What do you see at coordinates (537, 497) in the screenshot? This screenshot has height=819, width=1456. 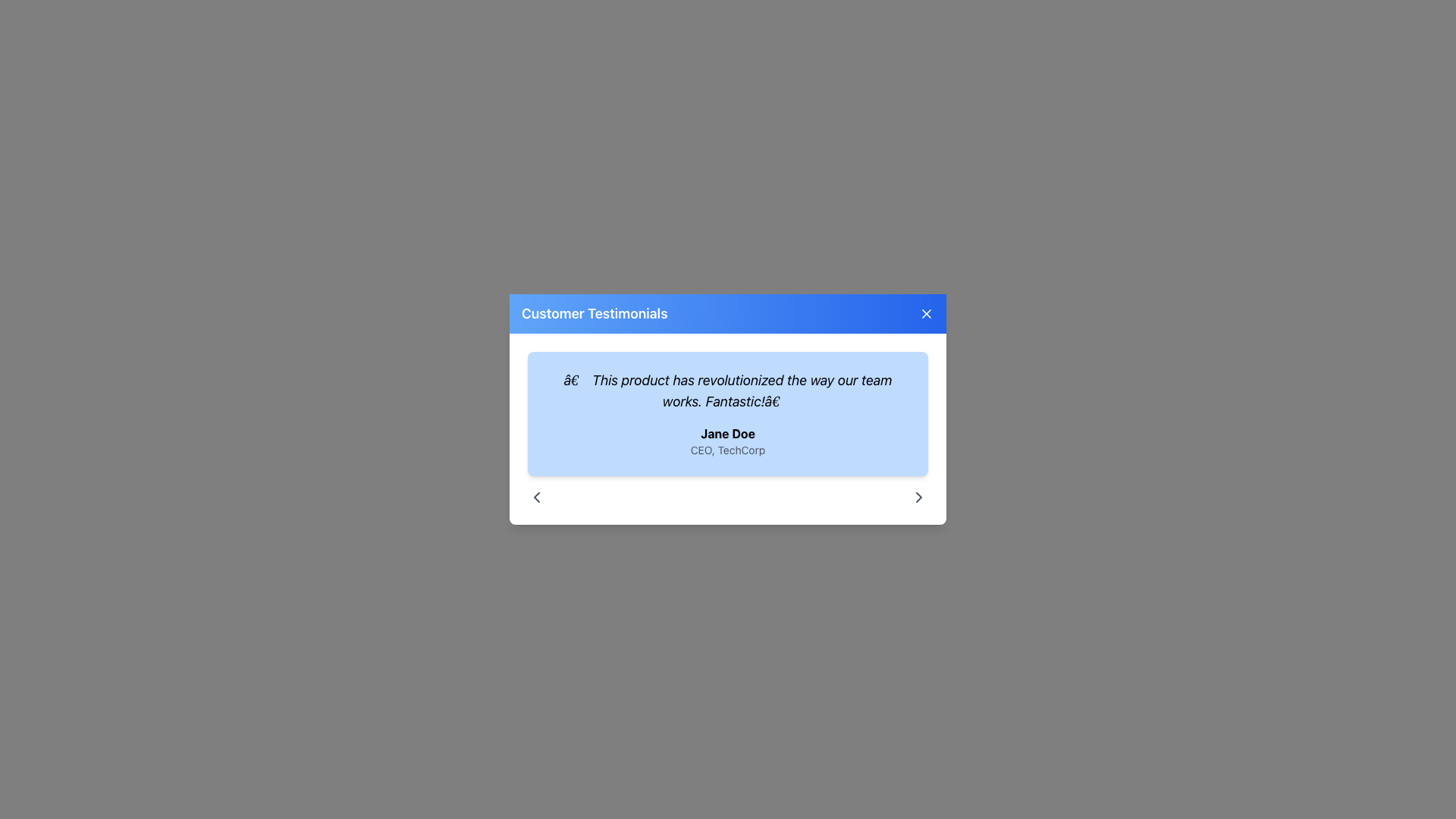 I see `the navigation button located at the bottom-left of the modal` at bounding box center [537, 497].